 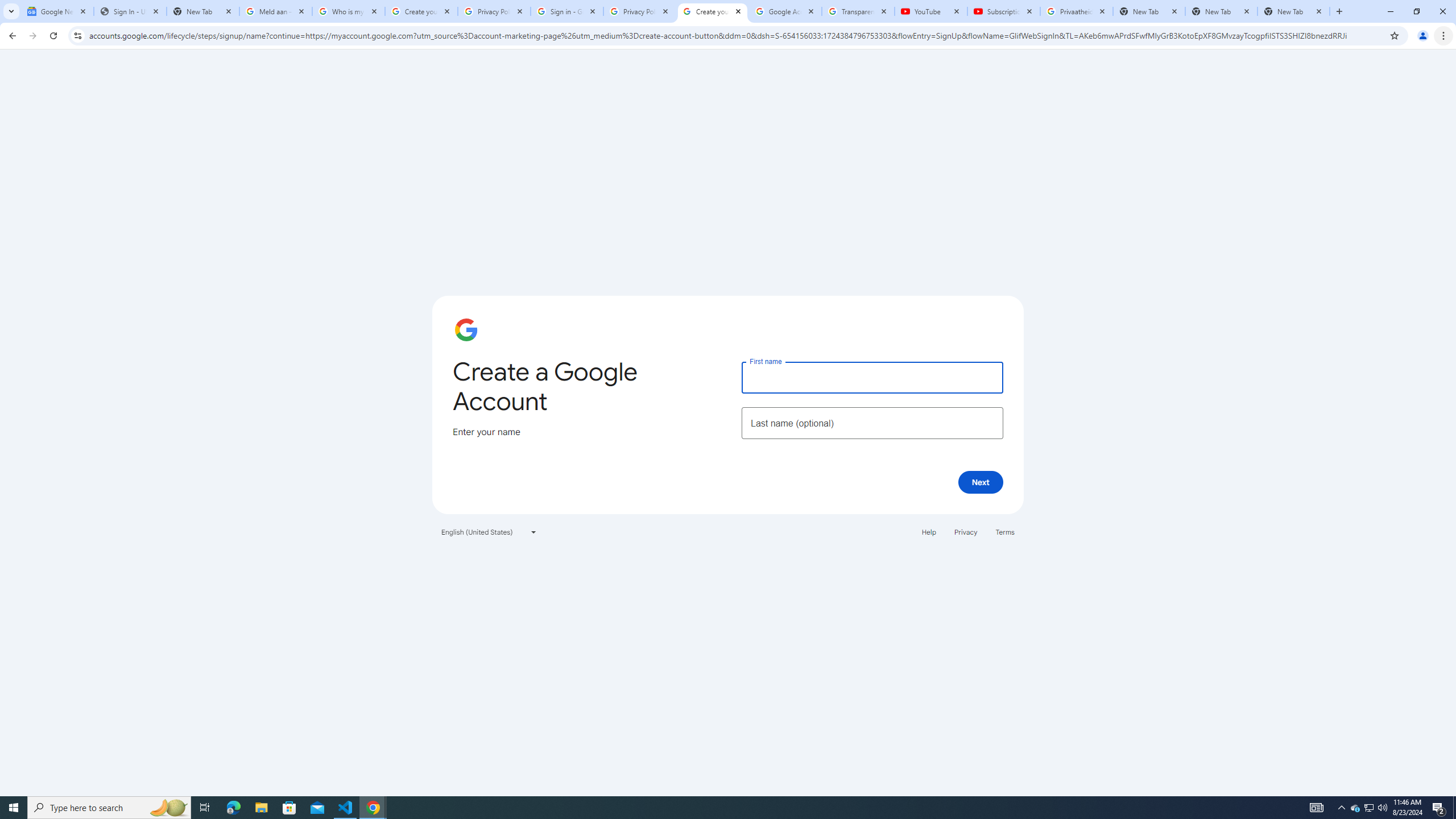 I want to click on 'View site information', so click(x=77, y=35).